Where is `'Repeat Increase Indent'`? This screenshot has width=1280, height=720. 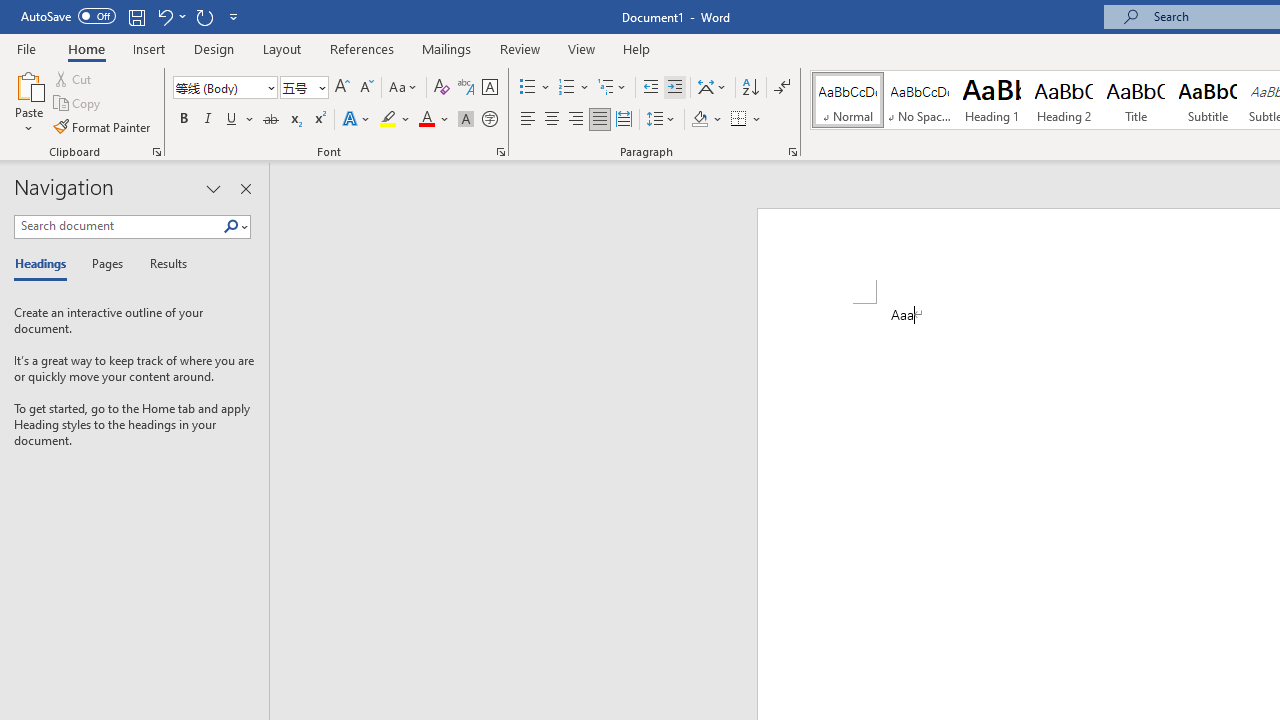 'Repeat Increase Indent' is located at coordinates (204, 16).